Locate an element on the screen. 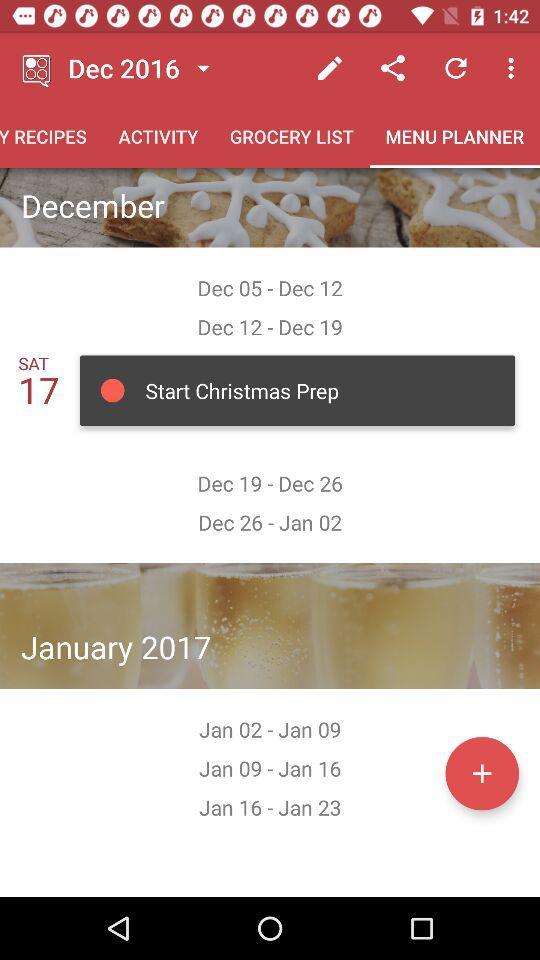  menu is located at coordinates (481, 772).